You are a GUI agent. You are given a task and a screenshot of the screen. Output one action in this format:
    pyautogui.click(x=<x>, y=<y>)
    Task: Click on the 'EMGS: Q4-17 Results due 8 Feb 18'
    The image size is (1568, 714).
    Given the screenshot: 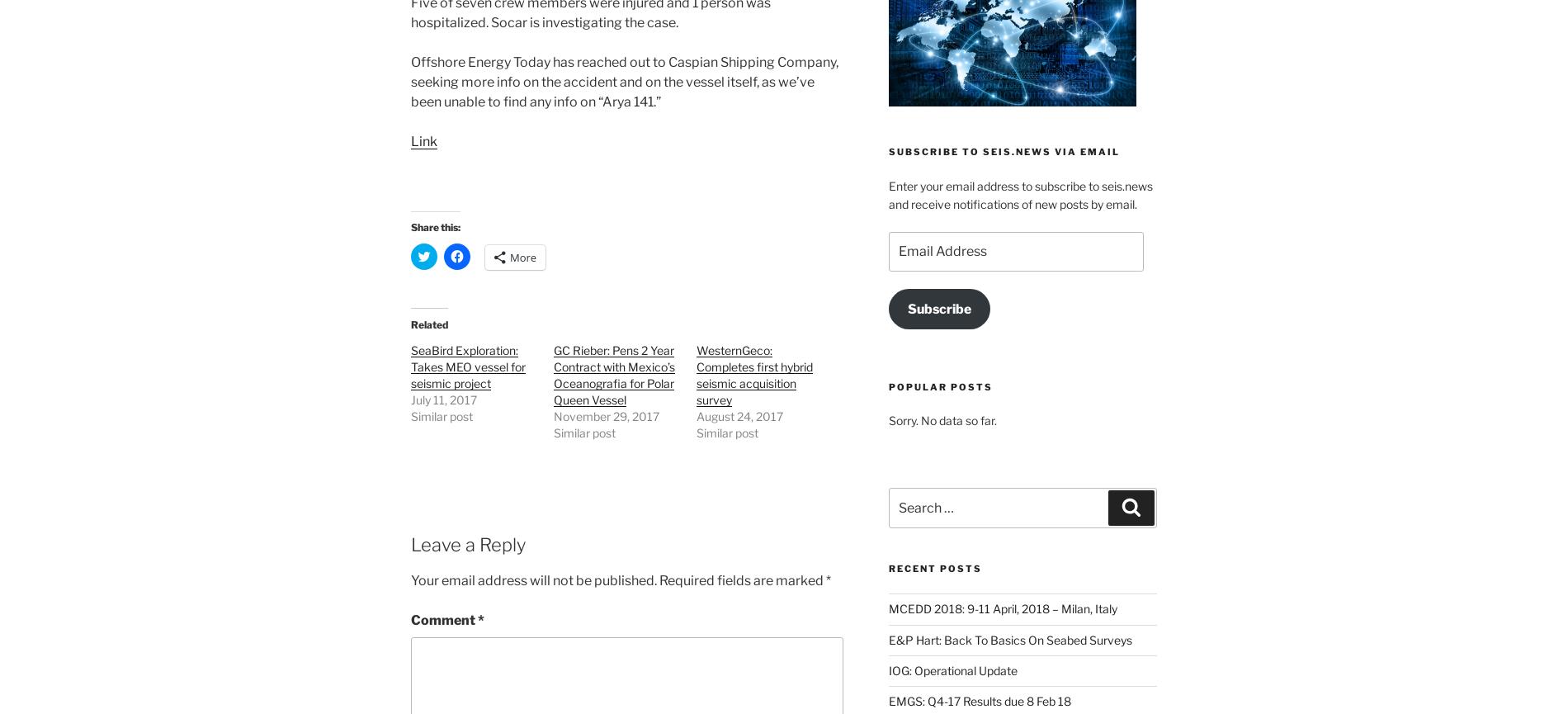 What is the action you would take?
    pyautogui.click(x=979, y=700)
    